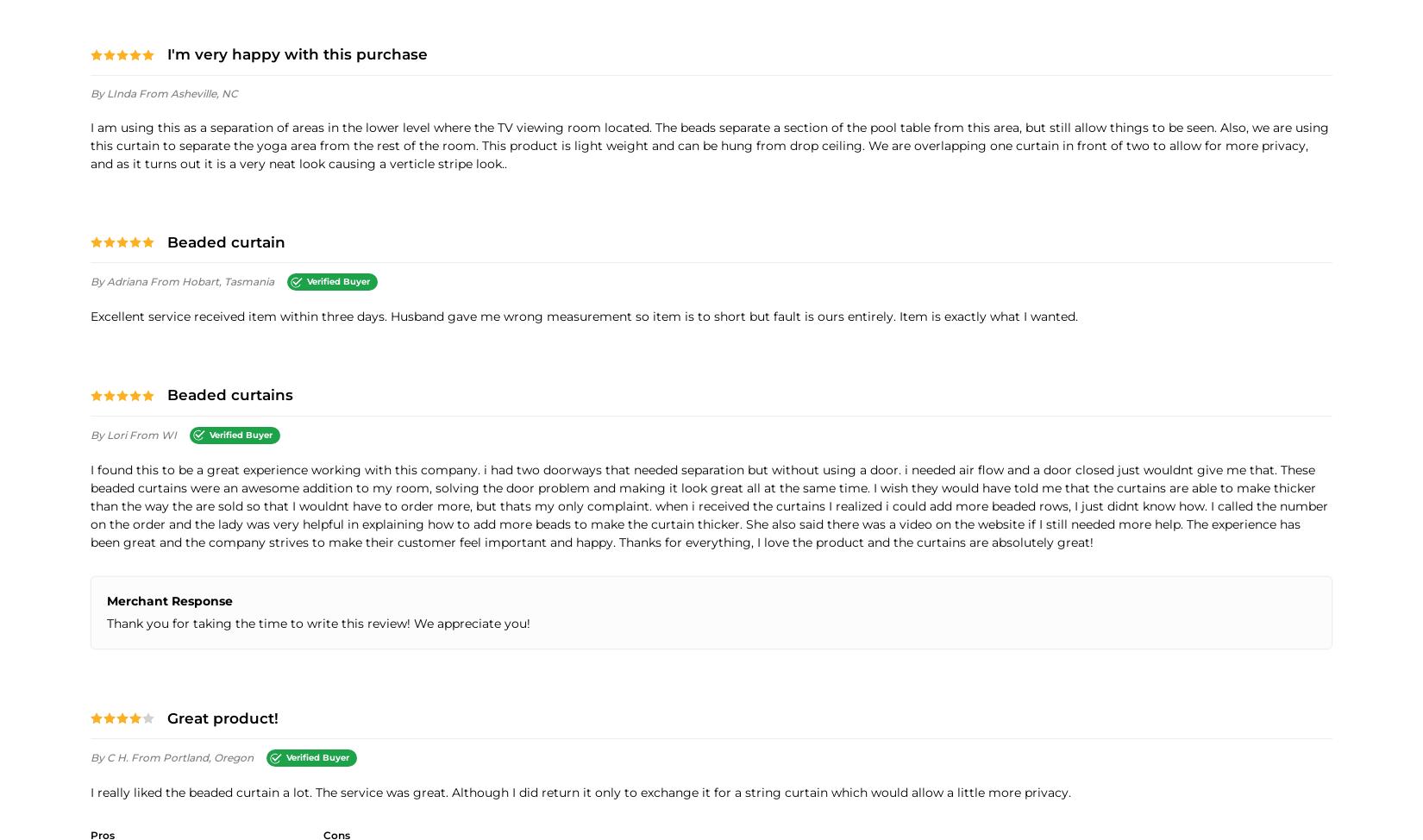 The height and width of the screenshot is (840, 1423). Describe the element at coordinates (580, 791) in the screenshot. I see `'I really liked the beaded curtain a lot. The service was great. Although I did return it only to exchange it for a string curtain which would allow a little more privacy.'` at that location.